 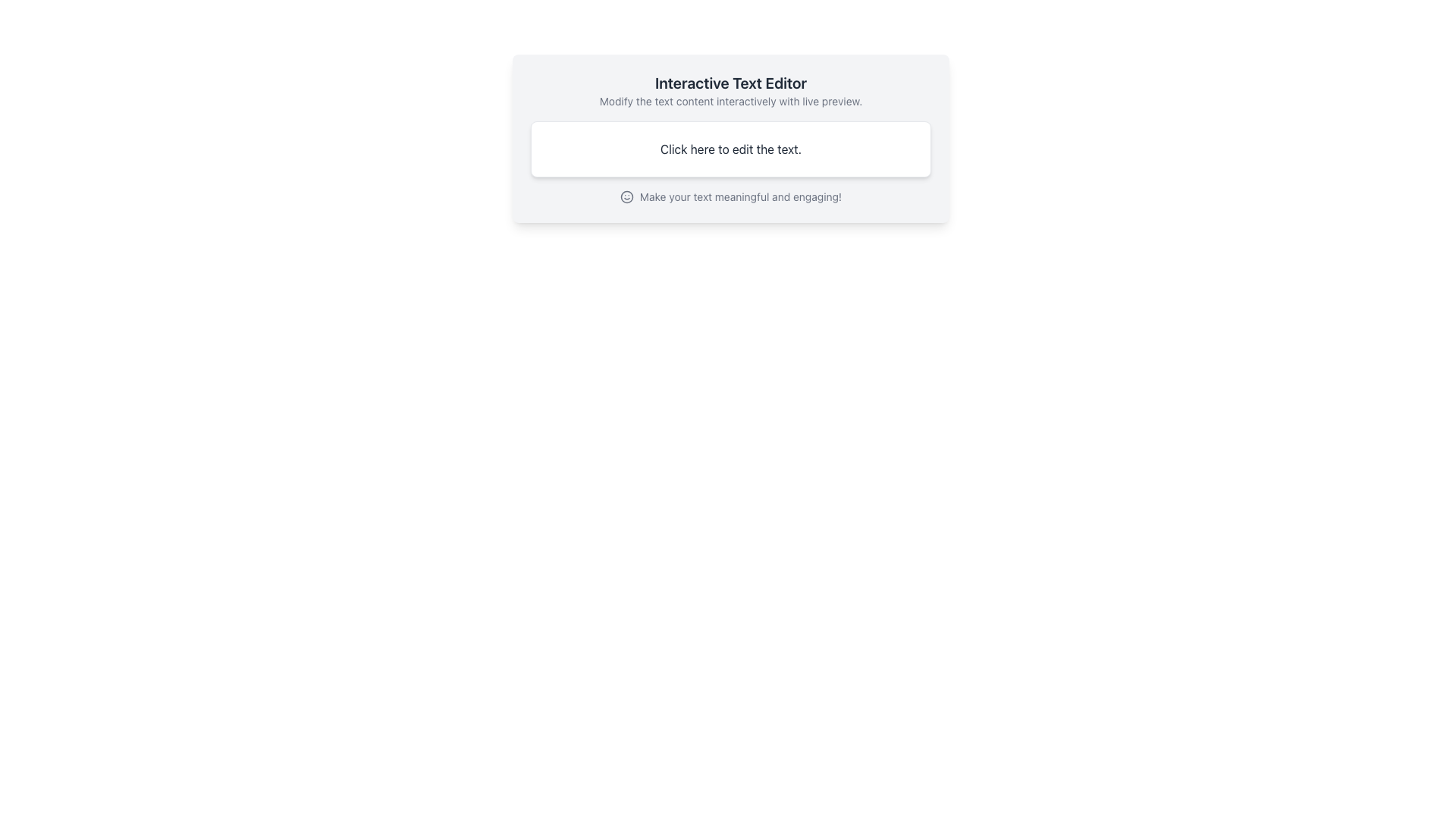 I want to click on the topmost text label of the 'Interactive Text Editor' section, which introduces the content below it, so click(x=731, y=83).